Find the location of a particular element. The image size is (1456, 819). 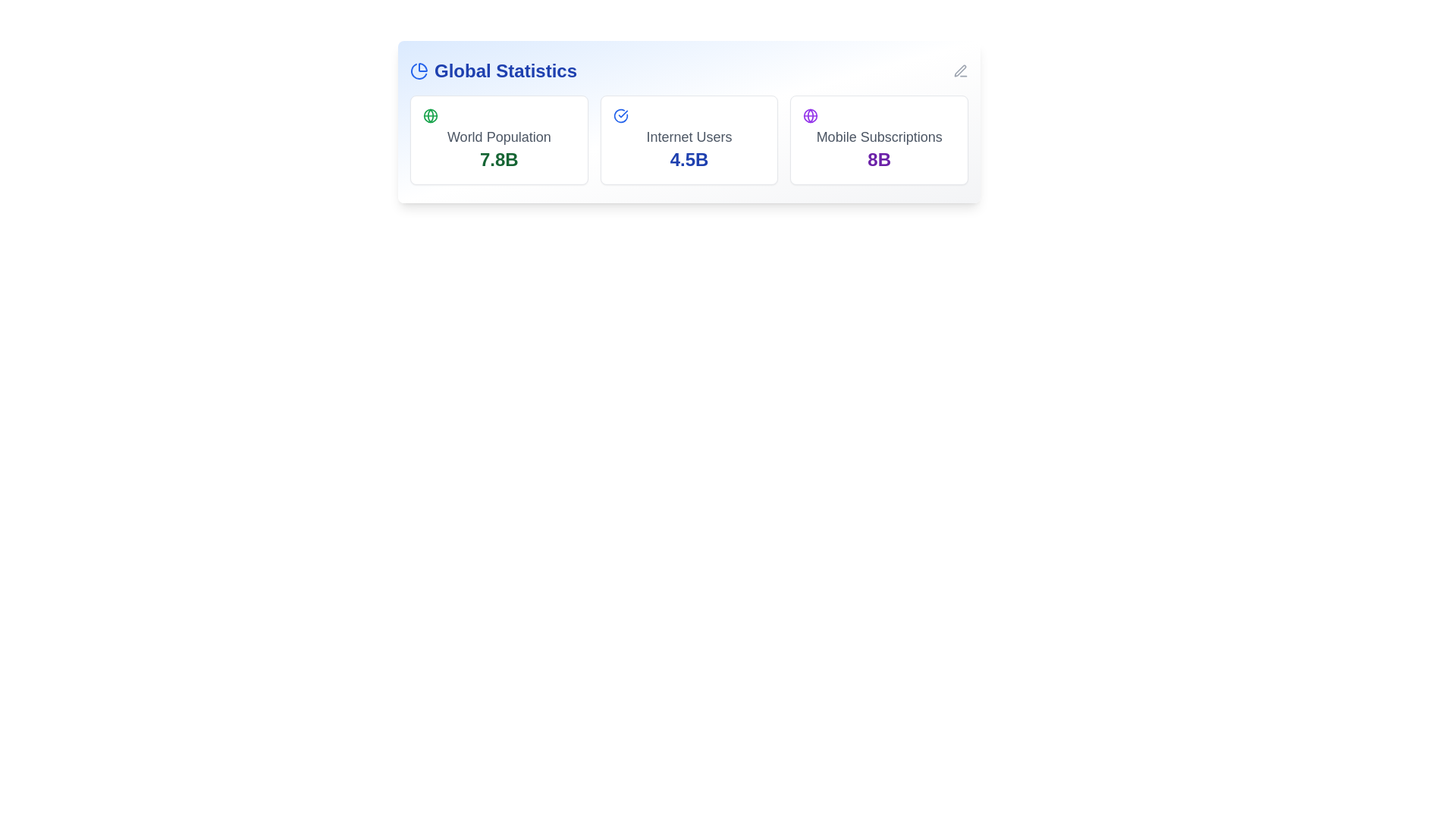

the validation icon located to the left of the 'Internet Users' title and above the 4.5B statistic in the middle card of the three-card layout is located at coordinates (620, 115).